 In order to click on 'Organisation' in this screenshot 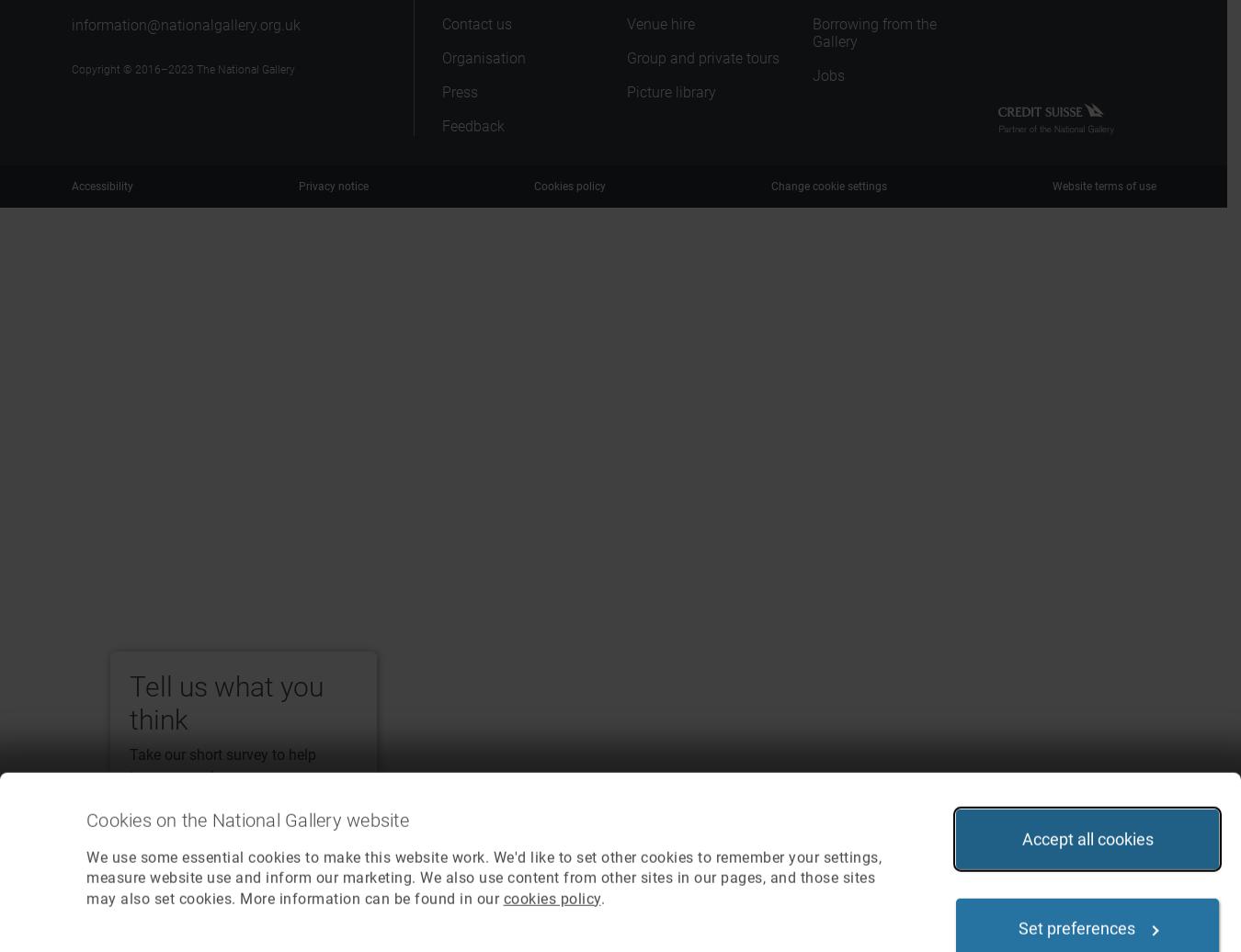, I will do `click(482, 57)`.